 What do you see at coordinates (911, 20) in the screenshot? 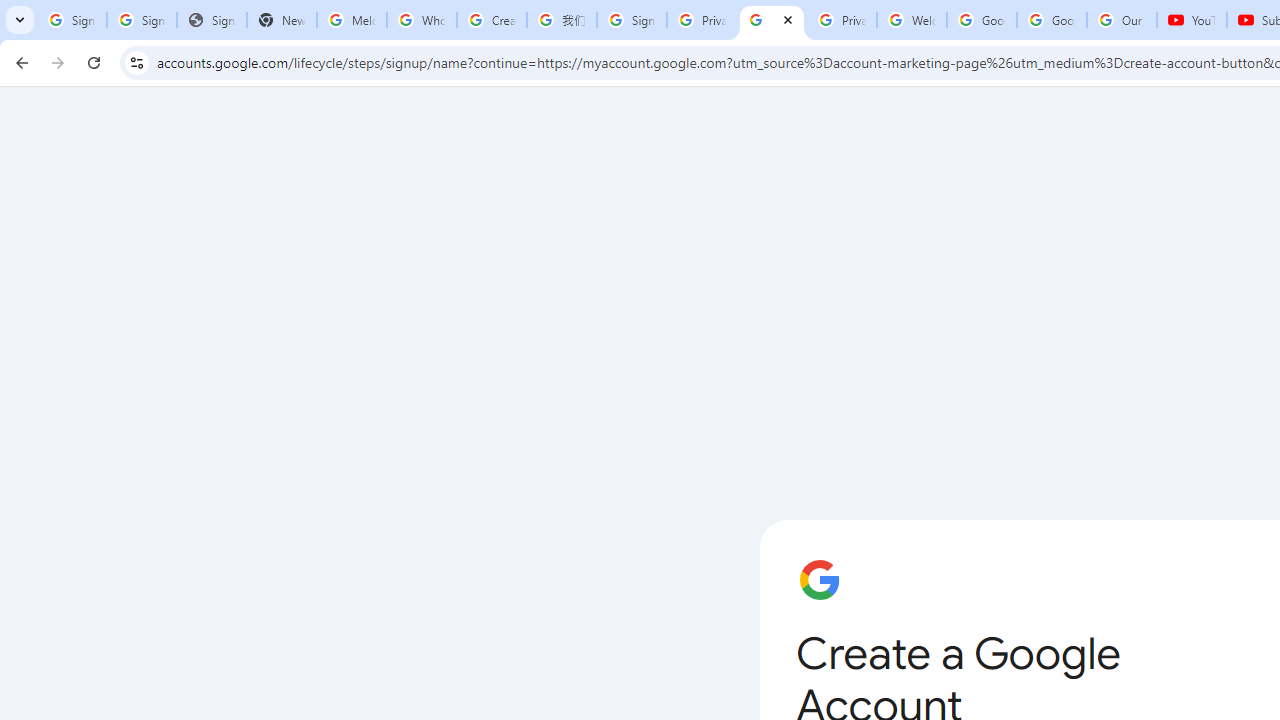
I see `'Welcome to My Activity'` at bounding box center [911, 20].